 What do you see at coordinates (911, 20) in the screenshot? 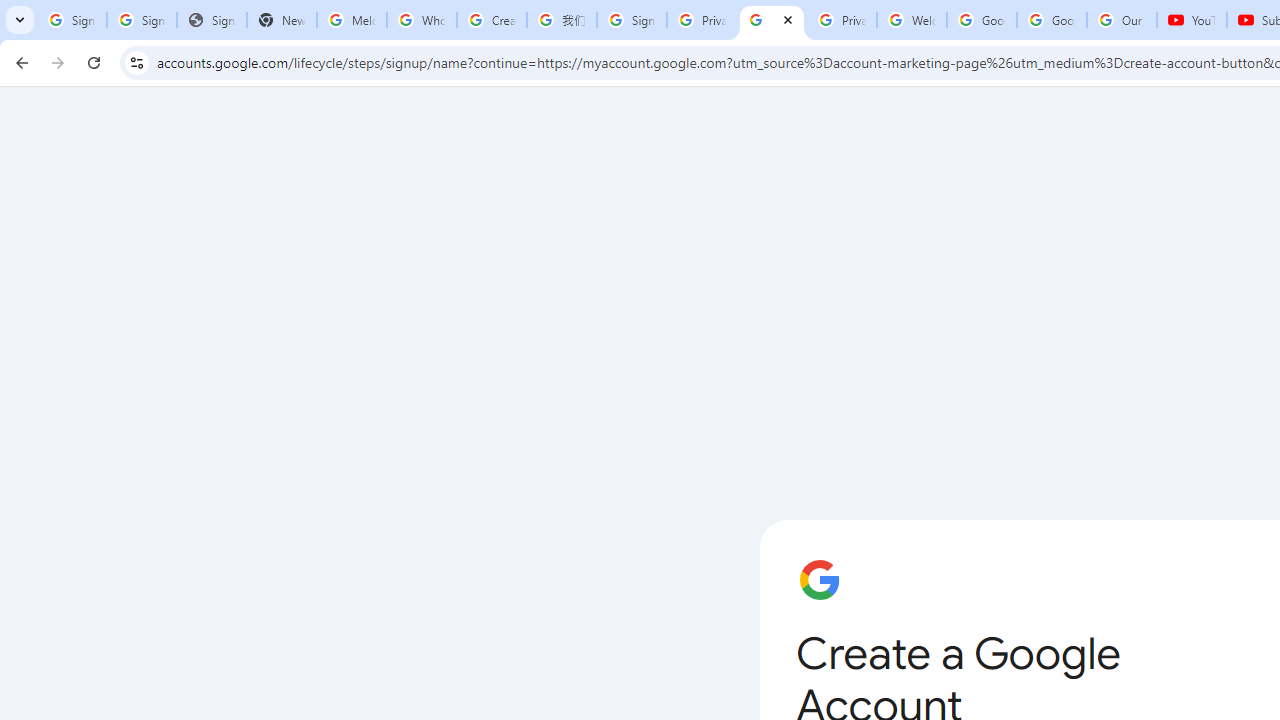
I see `'Welcome to My Activity'` at bounding box center [911, 20].